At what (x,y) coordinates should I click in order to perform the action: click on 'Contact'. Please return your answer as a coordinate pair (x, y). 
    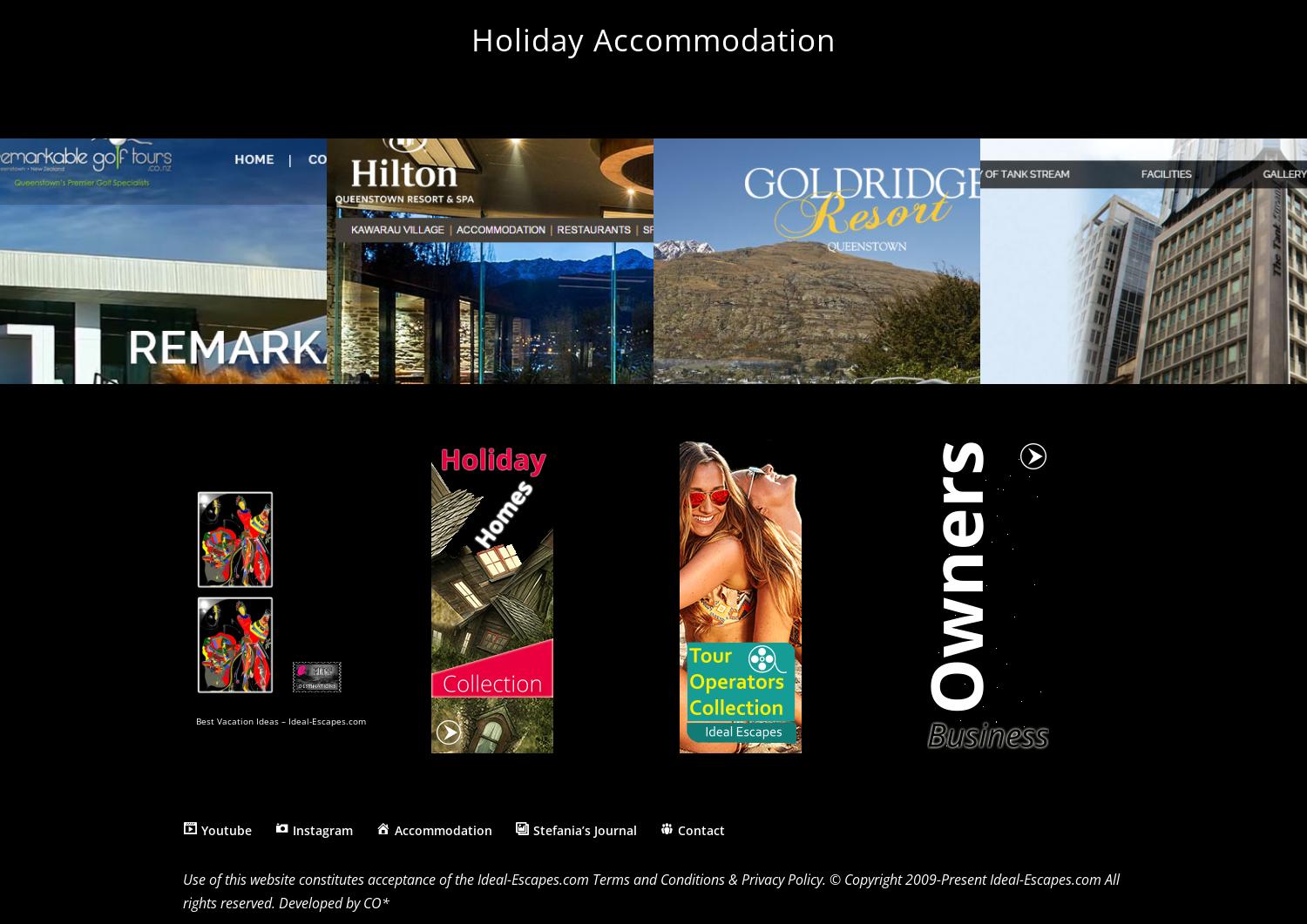
    Looking at the image, I should click on (701, 828).